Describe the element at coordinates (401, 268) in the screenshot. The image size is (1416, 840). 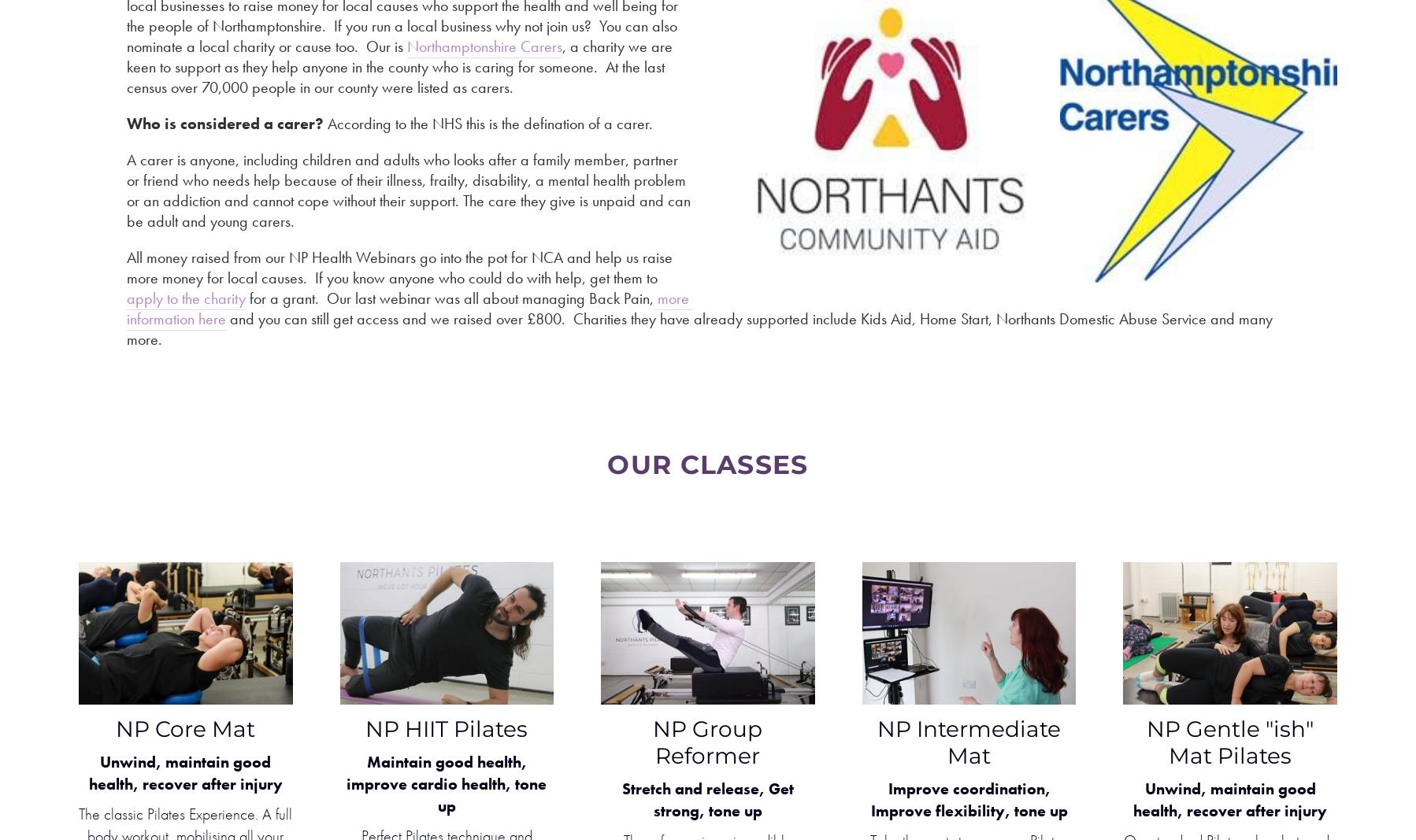
I see `'All money raised from our NP Health Webinars go into the pot for NCA and help us raise more money for local causes.  If you know anyone who could do with help, get them to'` at that location.